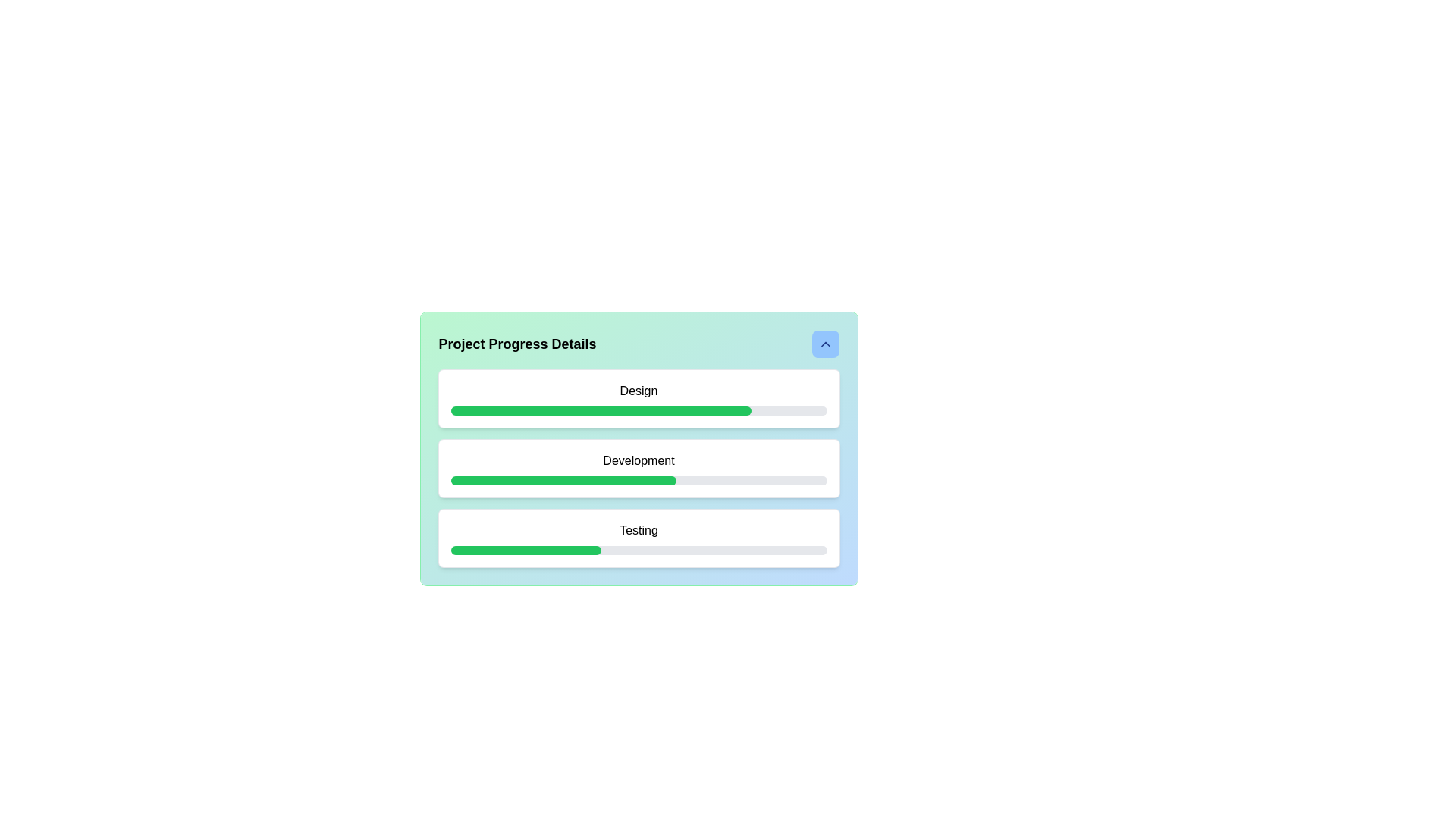 This screenshot has height=819, width=1456. What do you see at coordinates (639, 391) in the screenshot?
I see `the 'Design' phase label located above the progress bar in the project progress card` at bounding box center [639, 391].